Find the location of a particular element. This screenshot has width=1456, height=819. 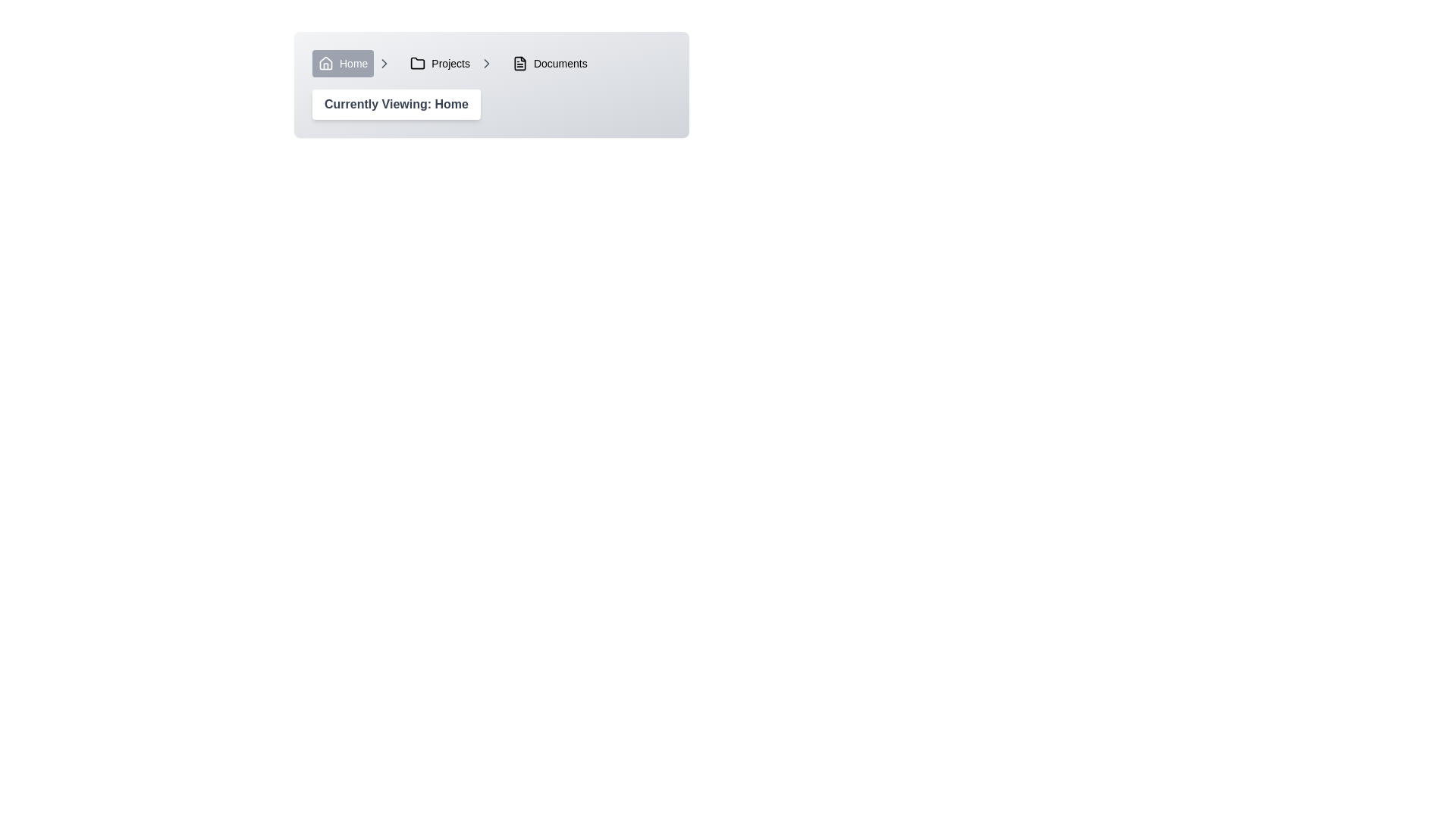

the Navigation arrow icon located between the 'Home' button and the 'Projects' button in the breadcrumb navigation bar is located at coordinates (486, 63).